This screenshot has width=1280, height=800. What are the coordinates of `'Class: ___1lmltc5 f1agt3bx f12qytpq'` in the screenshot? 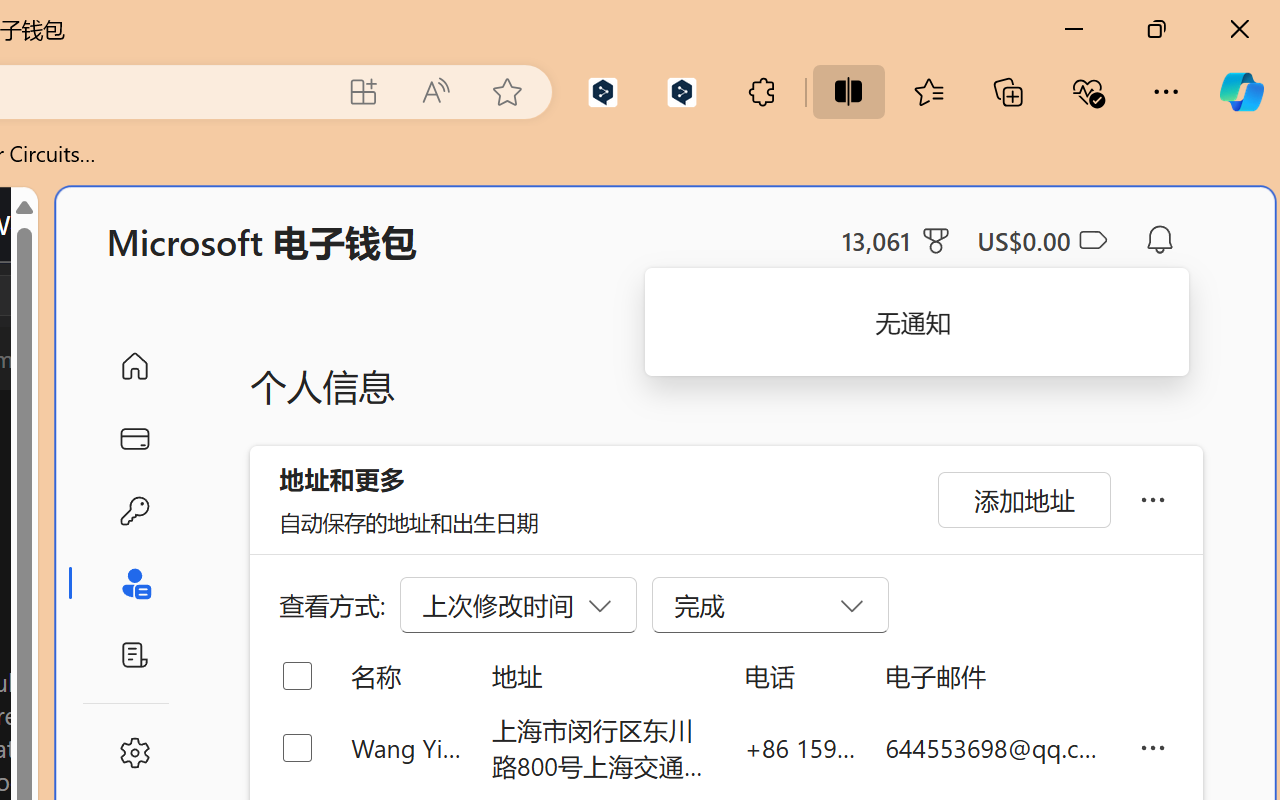 It's located at (1091, 240).